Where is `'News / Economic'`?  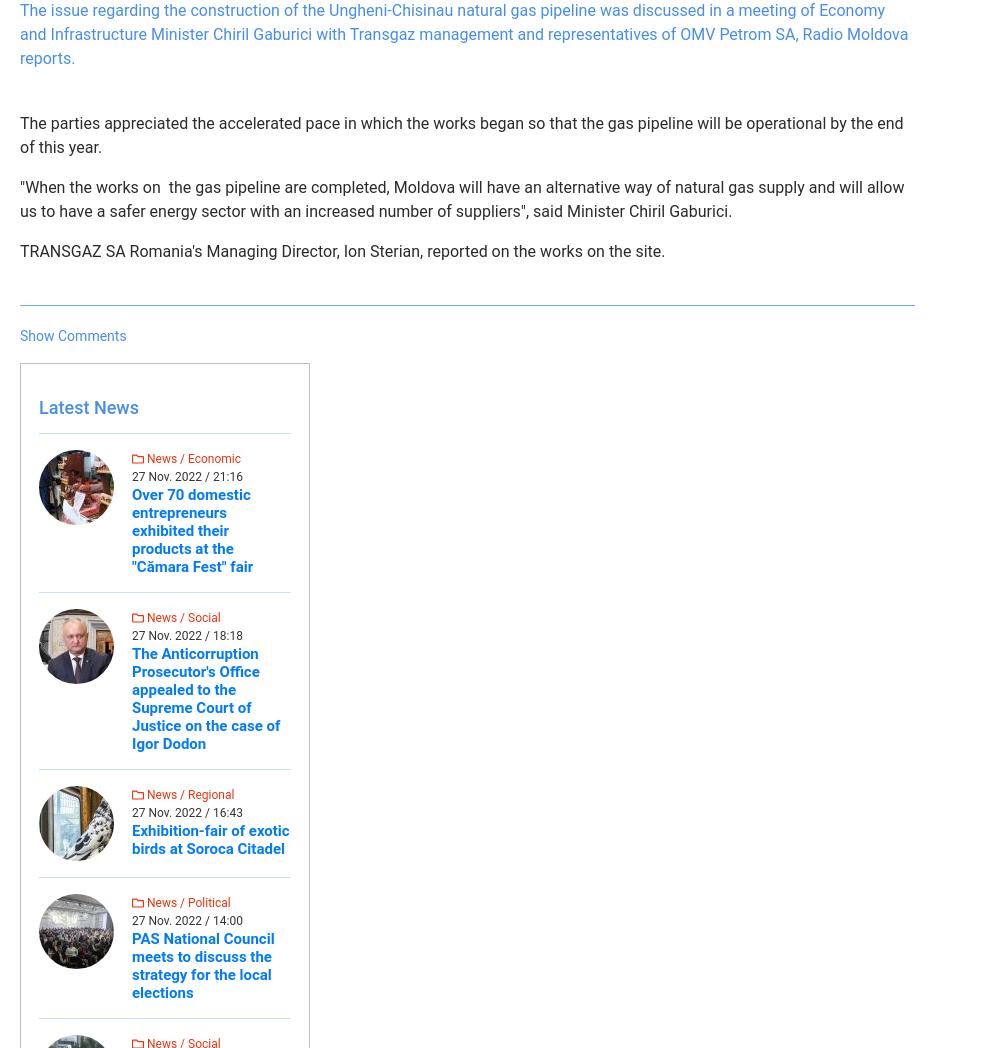
'News / Economic' is located at coordinates (191, 458).